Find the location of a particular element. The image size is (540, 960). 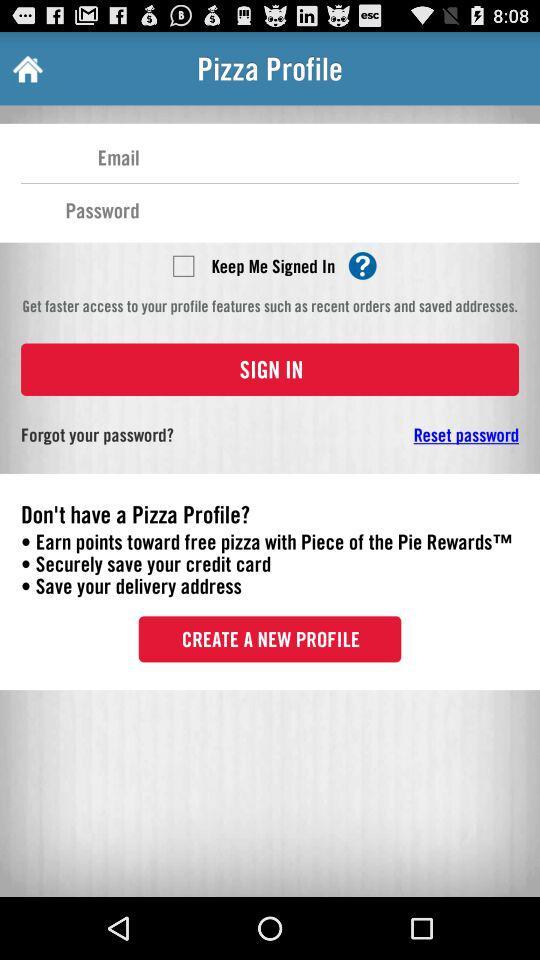

the app above the email is located at coordinates (25, 68).